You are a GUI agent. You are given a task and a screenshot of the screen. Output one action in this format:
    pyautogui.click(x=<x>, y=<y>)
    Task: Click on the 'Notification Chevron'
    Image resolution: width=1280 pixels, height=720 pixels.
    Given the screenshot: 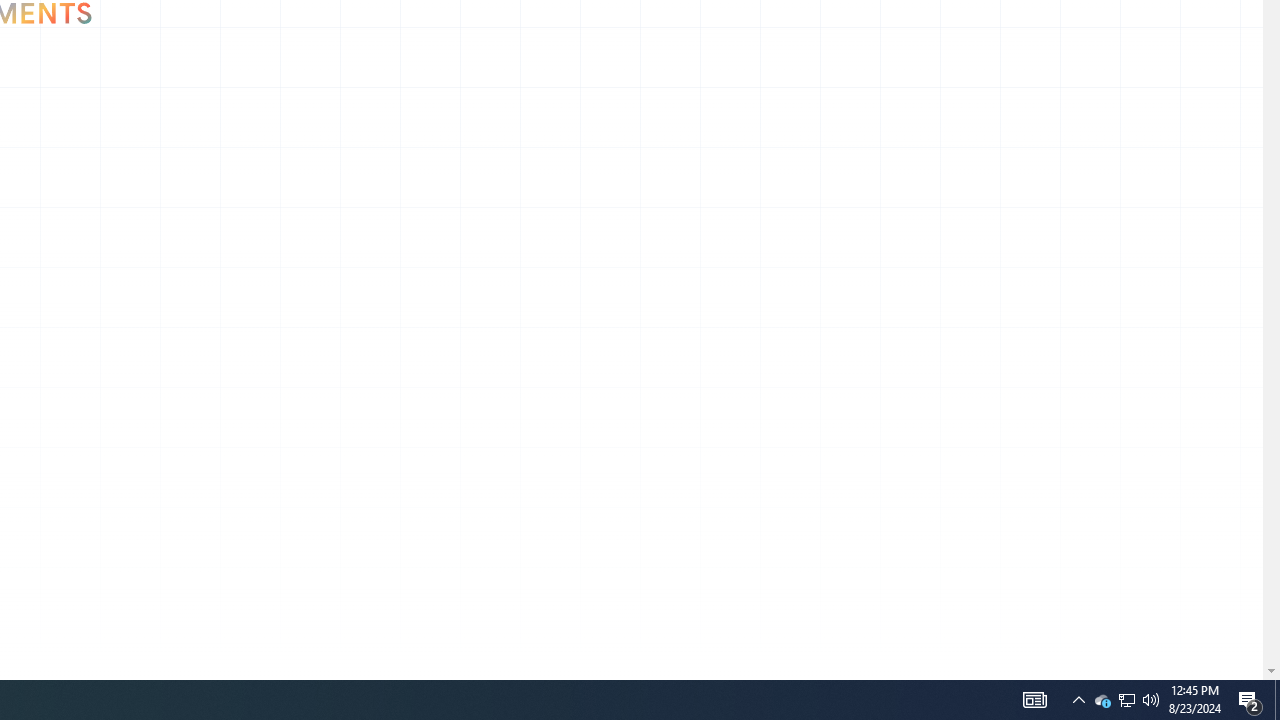 What is the action you would take?
    pyautogui.click(x=1101, y=698)
    